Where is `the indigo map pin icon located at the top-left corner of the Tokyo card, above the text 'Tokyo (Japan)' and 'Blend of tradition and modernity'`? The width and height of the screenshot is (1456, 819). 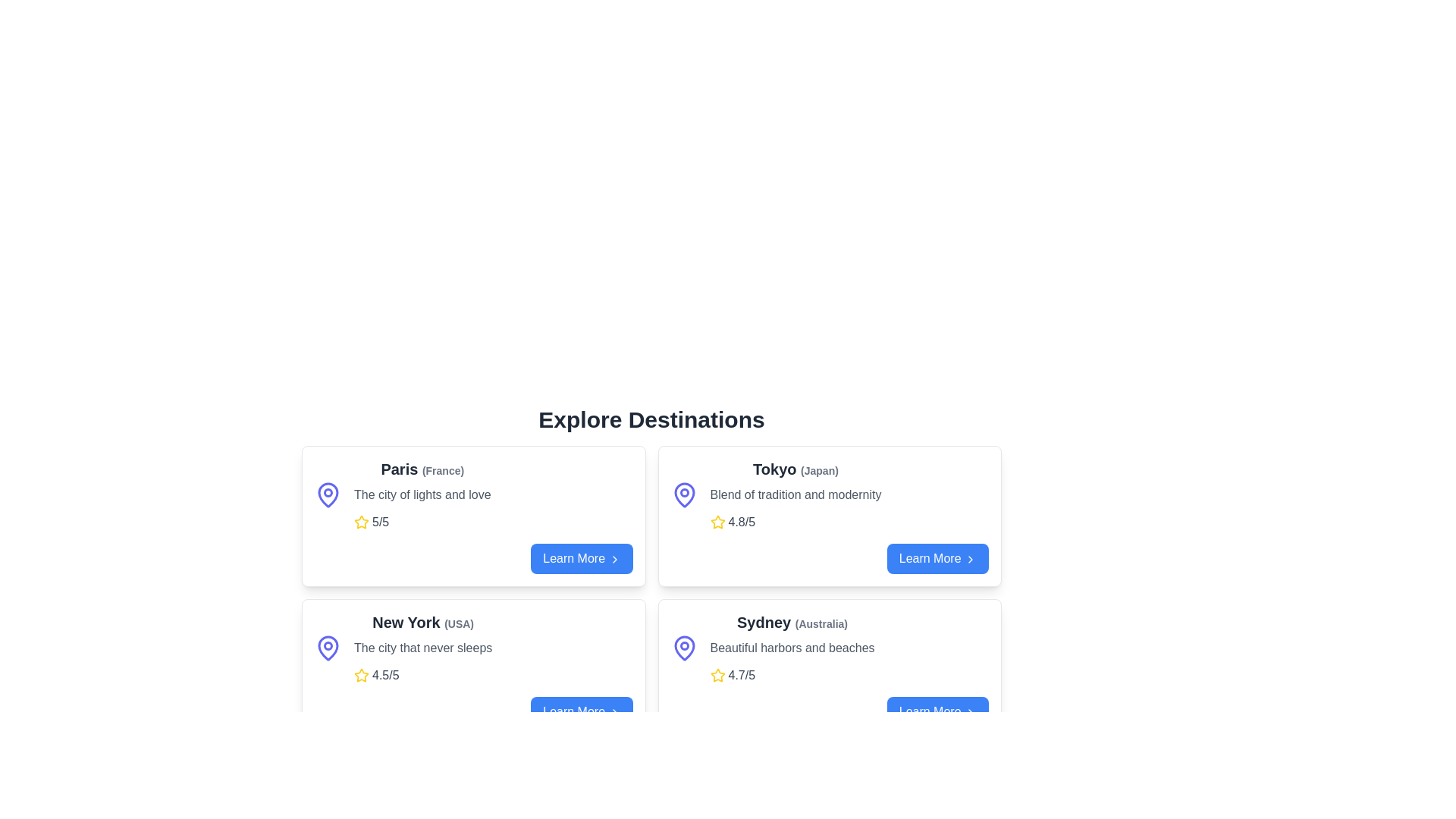
the indigo map pin icon located at the top-left corner of the Tokyo card, above the text 'Tokyo (Japan)' and 'Blend of tradition and modernity' is located at coordinates (683, 494).